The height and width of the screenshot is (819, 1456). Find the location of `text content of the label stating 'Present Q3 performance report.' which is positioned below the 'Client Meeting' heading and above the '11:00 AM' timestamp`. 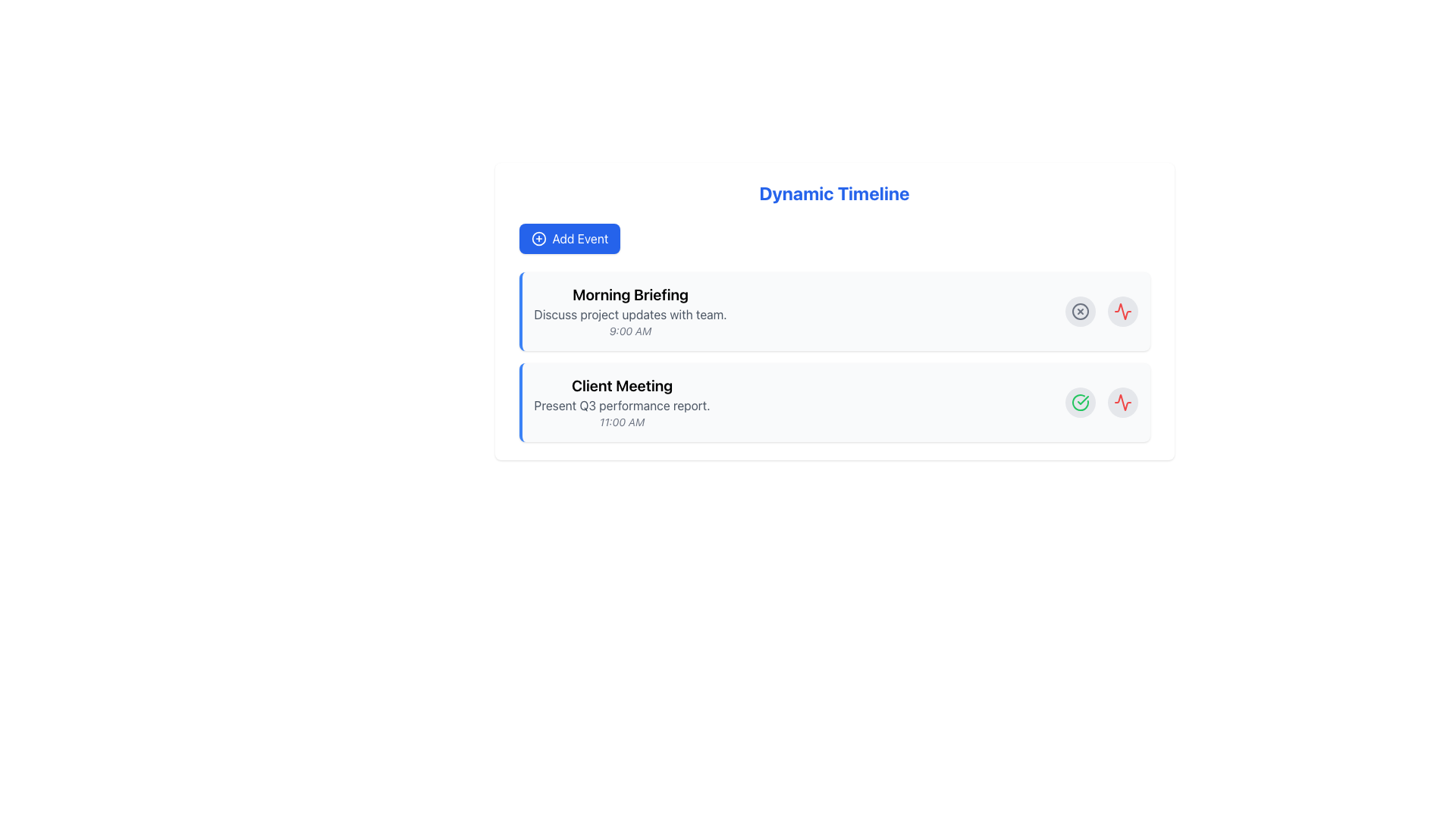

text content of the label stating 'Present Q3 performance report.' which is positioned below the 'Client Meeting' heading and above the '11:00 AM' timestamp is located at coordinates (622, 405).